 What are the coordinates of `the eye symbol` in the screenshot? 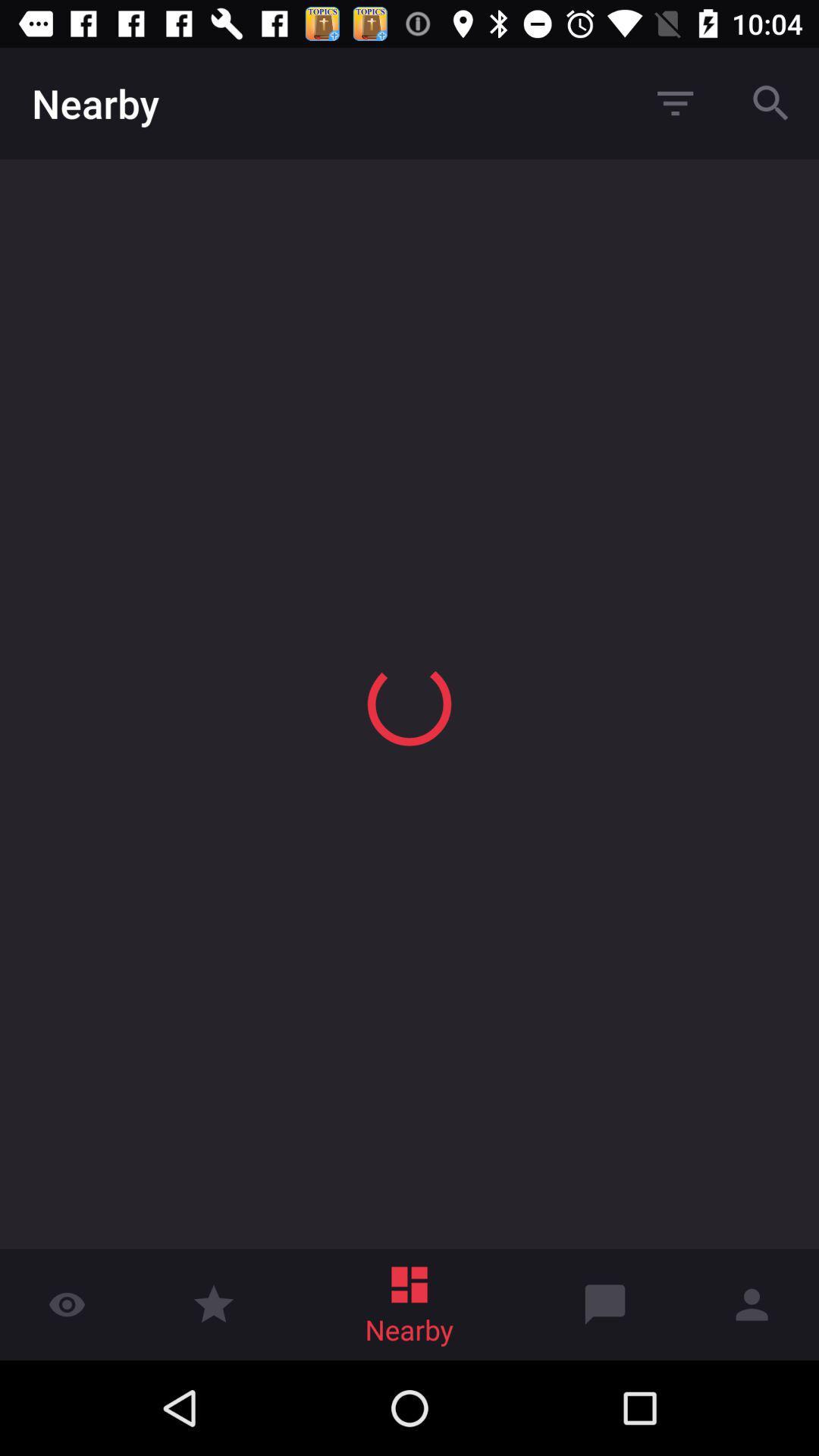 It's located at (66, 1288).